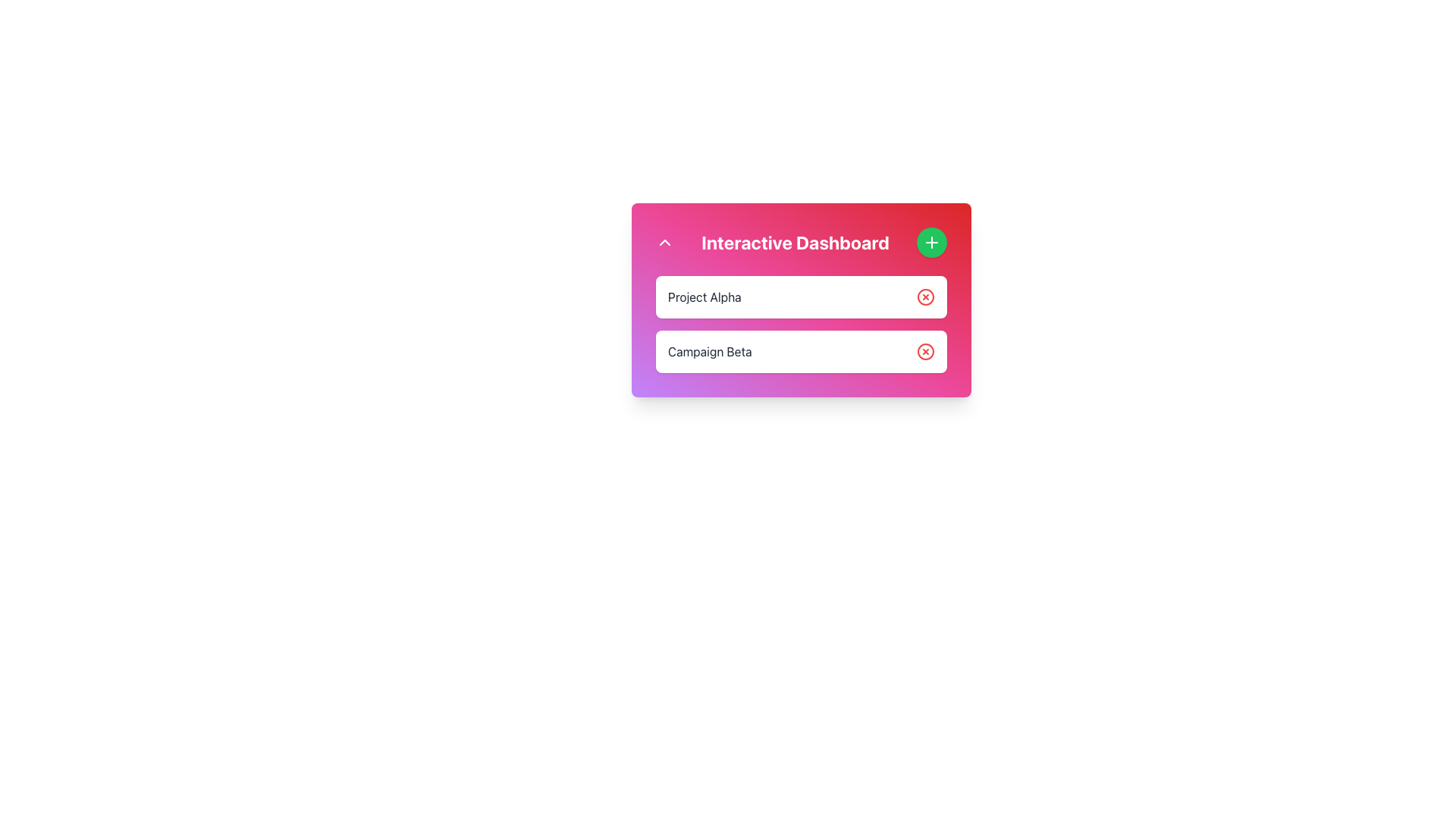  What do you see at coordinates (930, 242) in the screenshot?
I see `the green circular button with a plus sign (+) located` at bounding box center [930, 242].